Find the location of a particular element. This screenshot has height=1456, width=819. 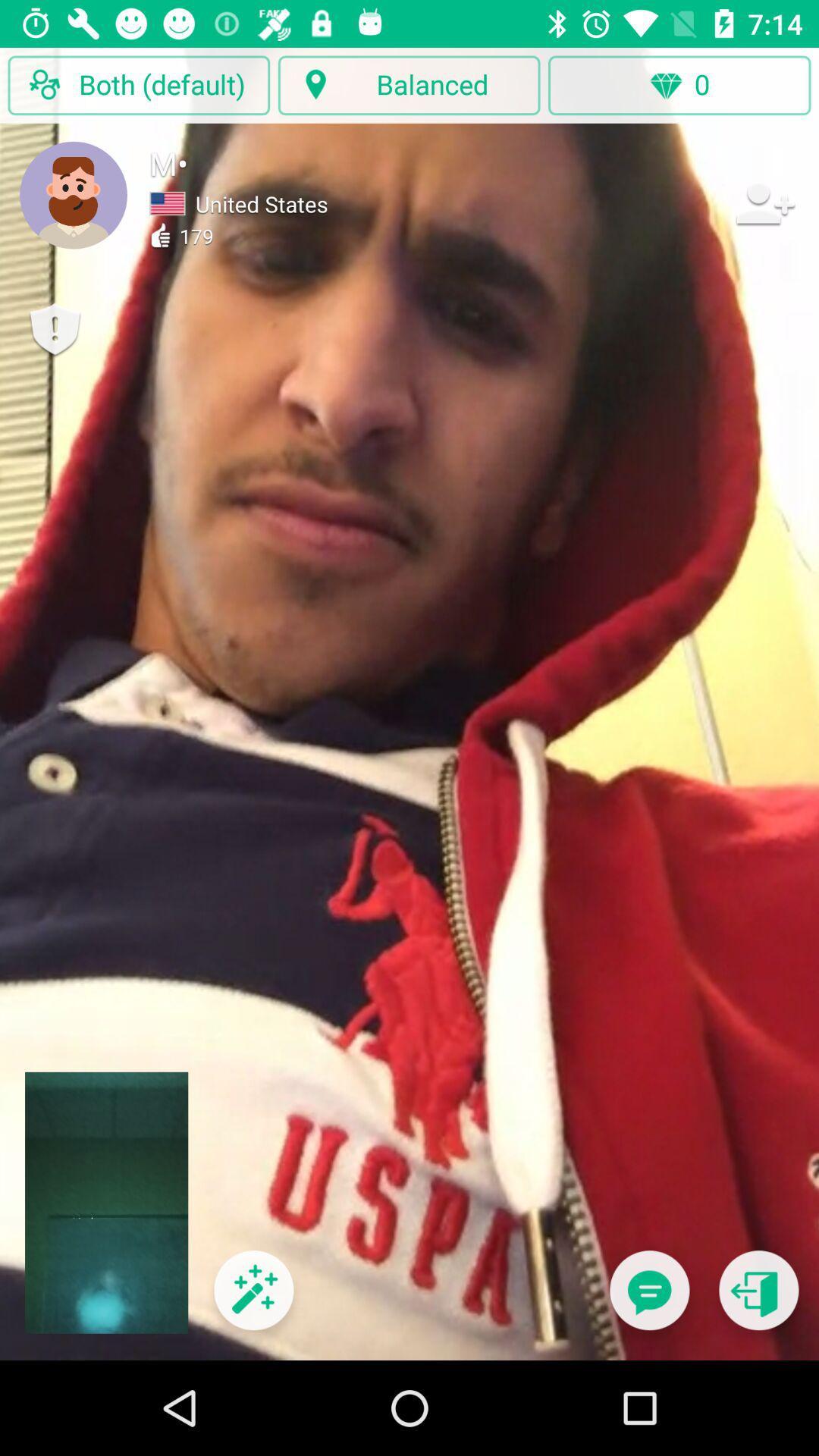

the avatar icon is located at coordinates (74, 194).